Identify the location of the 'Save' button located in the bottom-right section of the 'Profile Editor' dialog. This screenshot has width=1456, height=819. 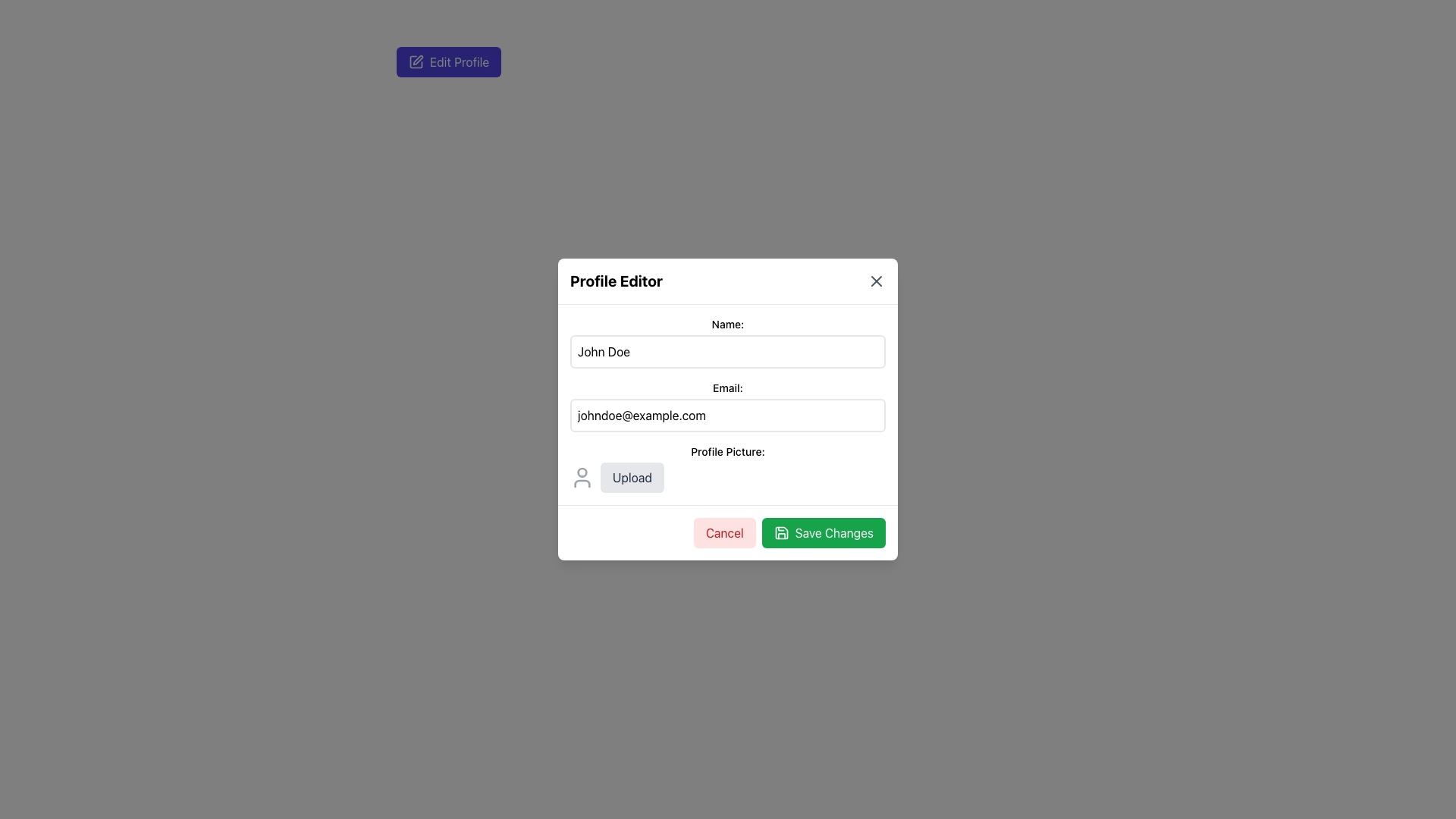
(823, 532).